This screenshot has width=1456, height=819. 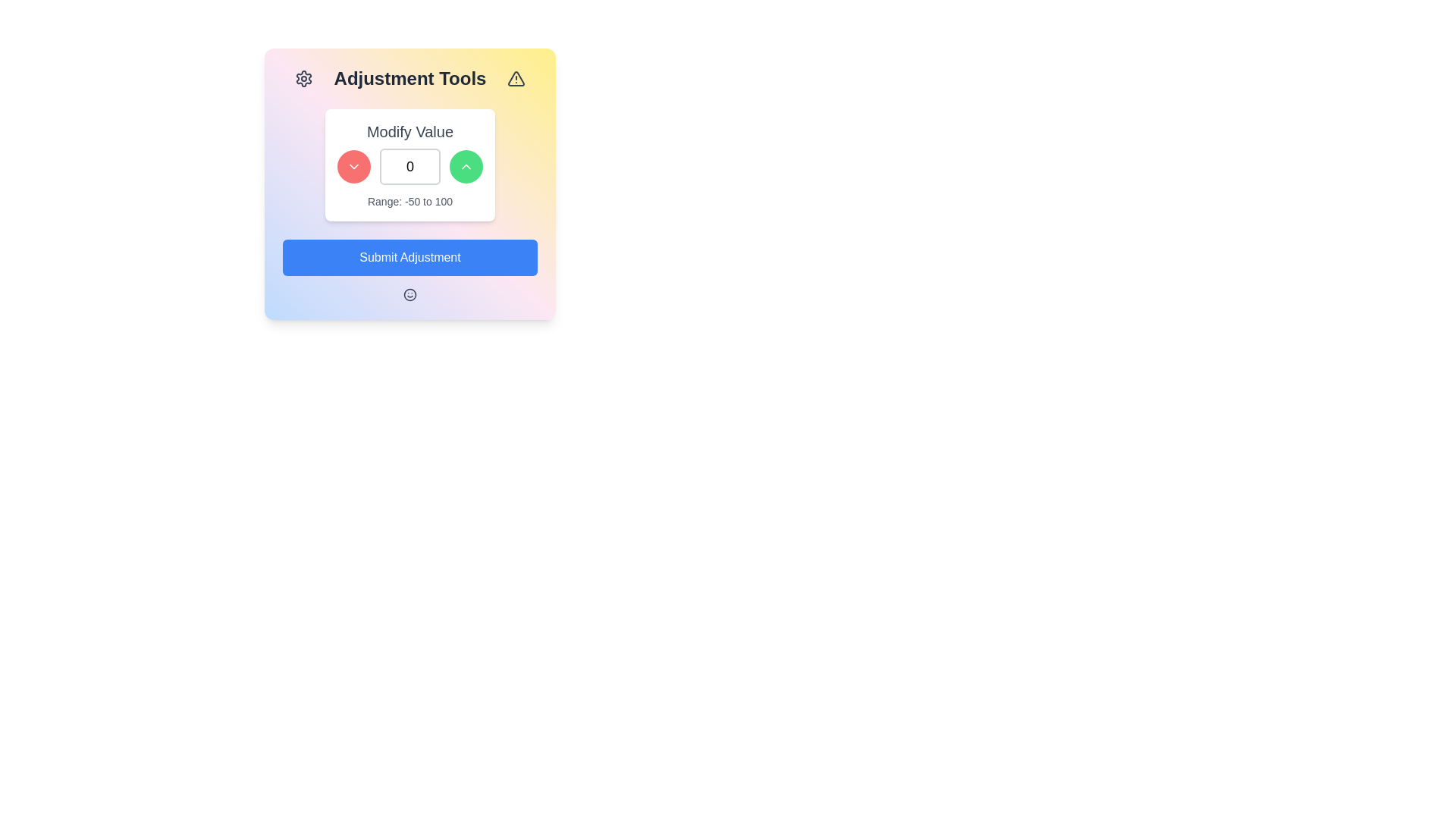 What do you see at coordinates (410, 79) in the screenshot?
I see `the text label reading 'Adjustment Tools', which is located at the top of the panel, centered between a gear icon and a warning triangle` at bounding box center [410, 79].